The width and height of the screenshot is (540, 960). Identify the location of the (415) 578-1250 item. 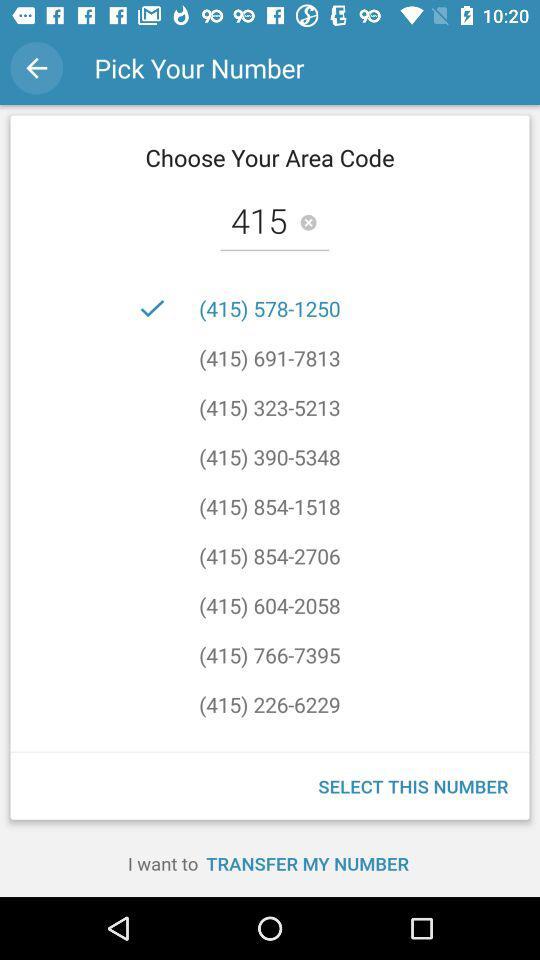
(269, 308).